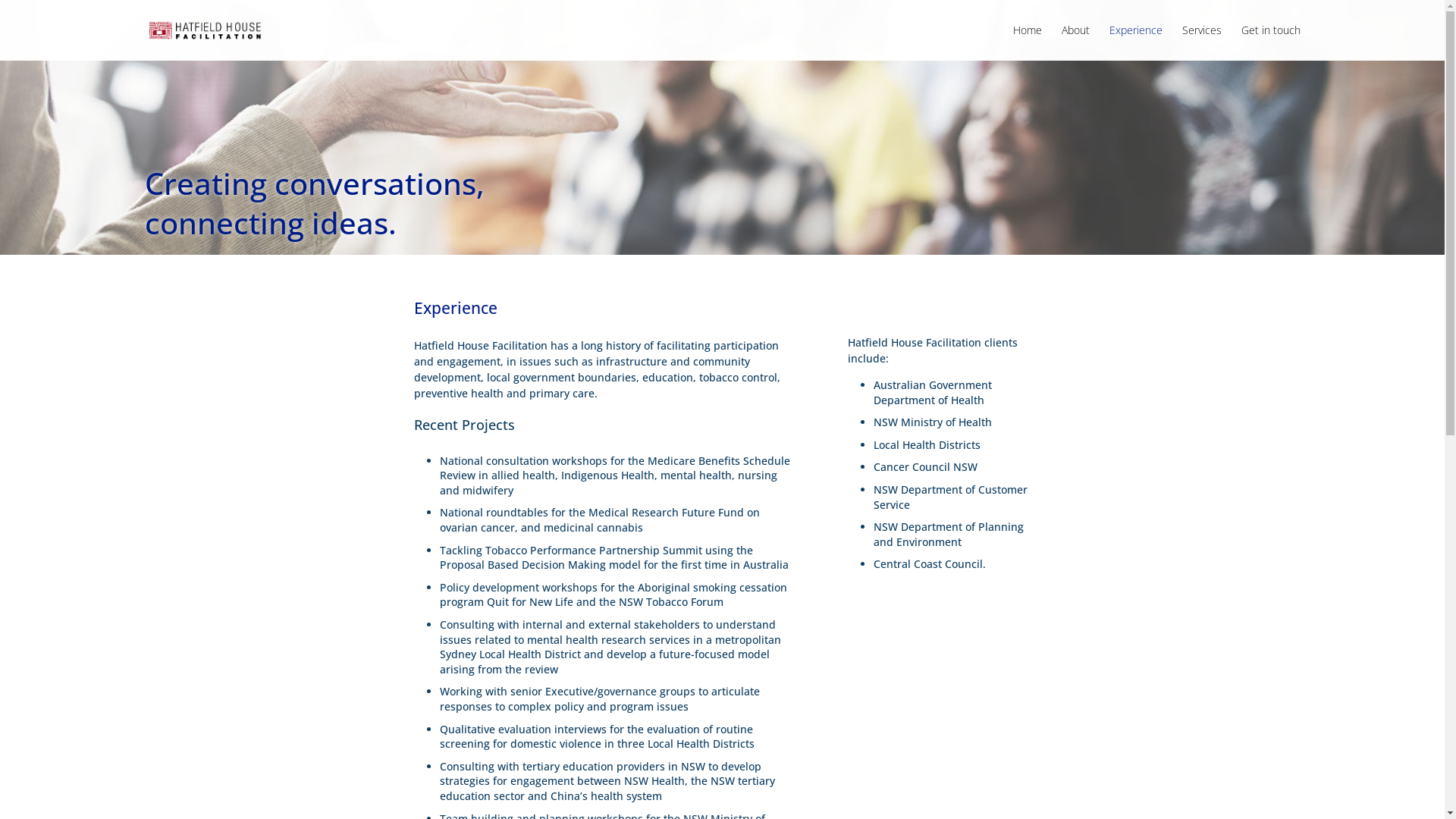 The image size is (1456, 819). Describe the element at coordinates (1270, 42) in the screenshot. I see `'Get in touch'` at that location.